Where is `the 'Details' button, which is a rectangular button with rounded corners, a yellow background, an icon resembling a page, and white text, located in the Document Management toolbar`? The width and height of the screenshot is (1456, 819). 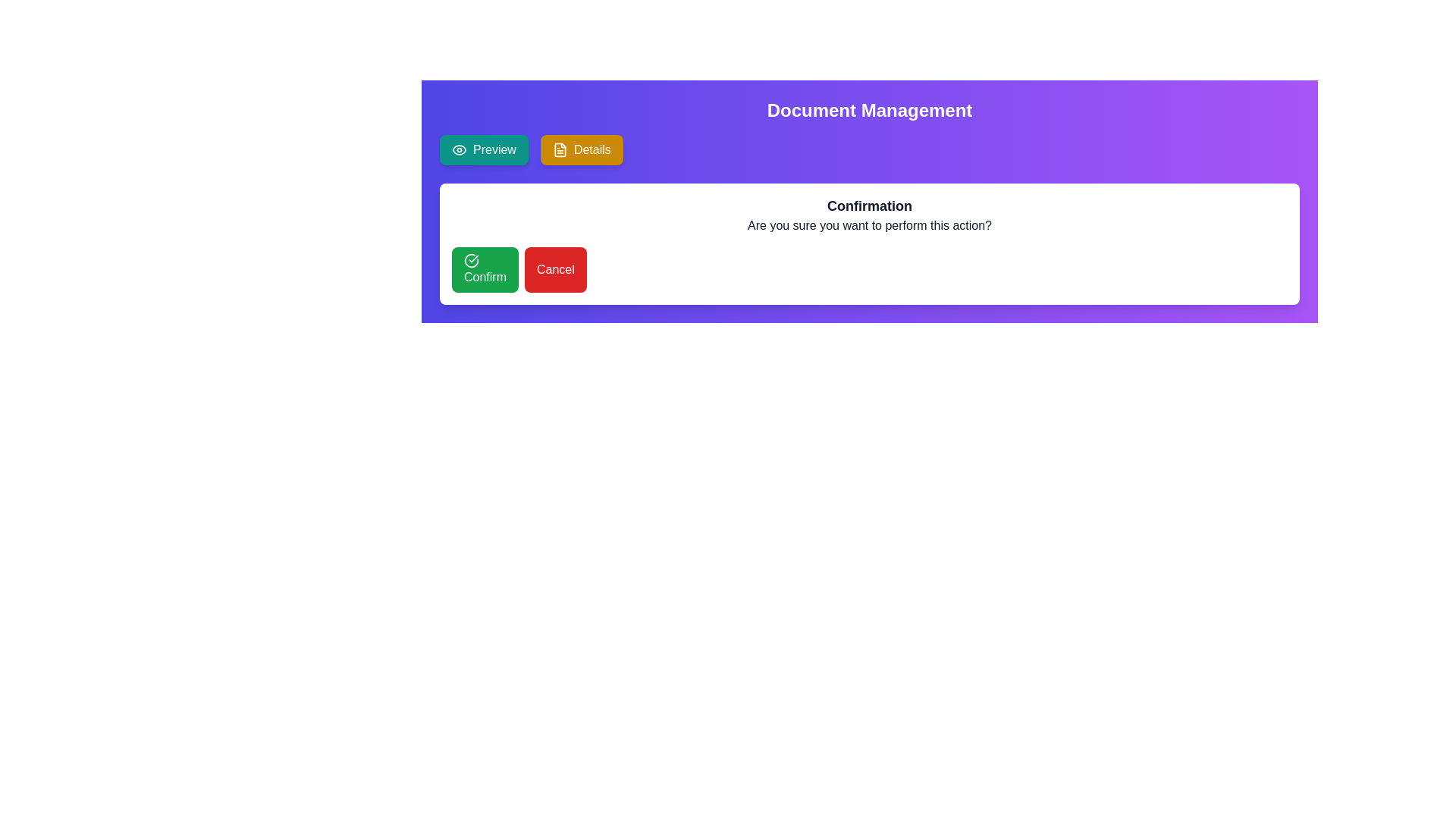 the 'Details' button, which is a rectangular button with rounded corners, a yellow background, an icon resembling a page, and white text, located in the Document Management toolbar is located at coordinates (581, 149).